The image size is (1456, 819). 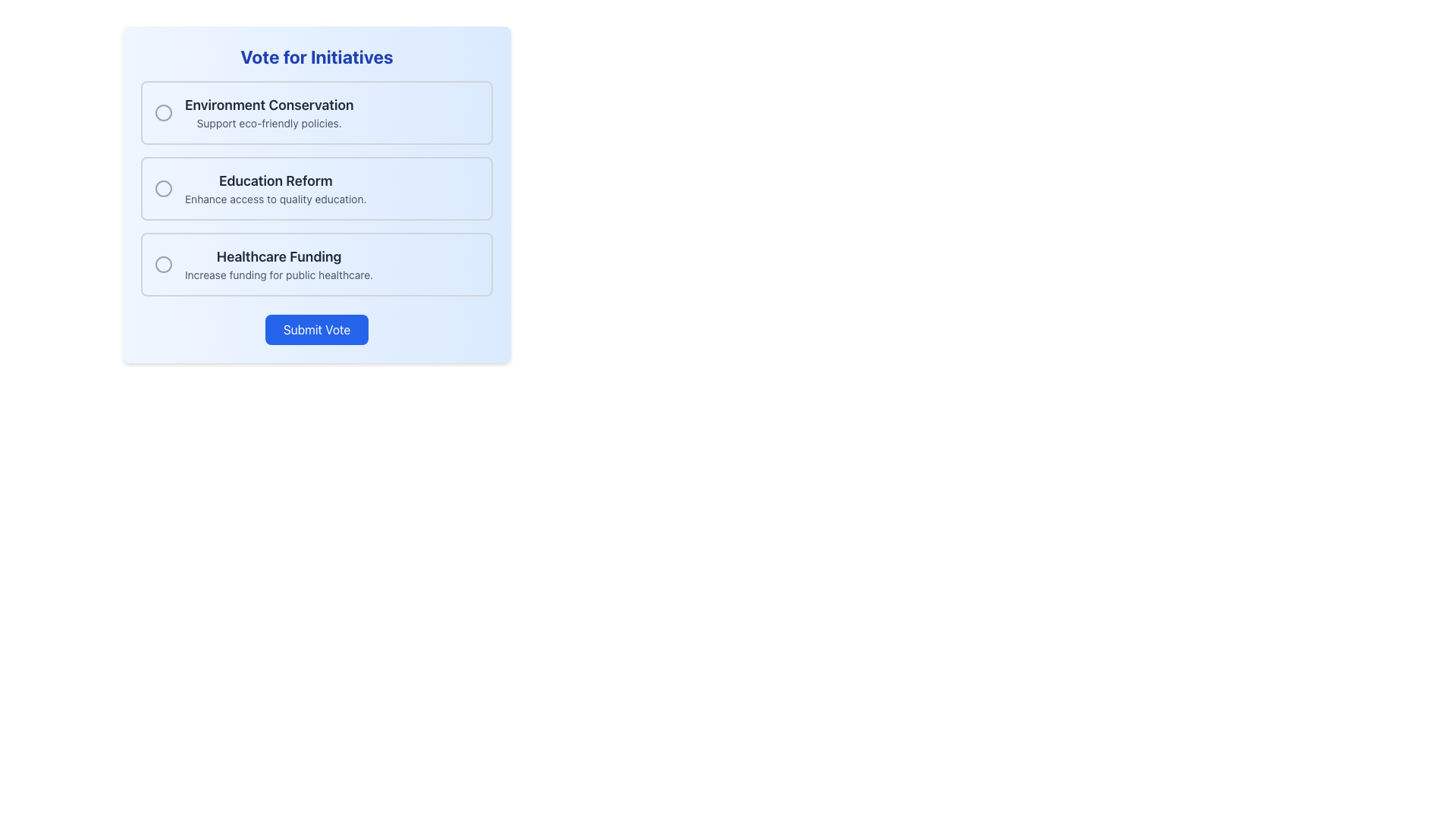 I want to click on the clickable option label for 'Education Reform', so click(x=275, y=188).